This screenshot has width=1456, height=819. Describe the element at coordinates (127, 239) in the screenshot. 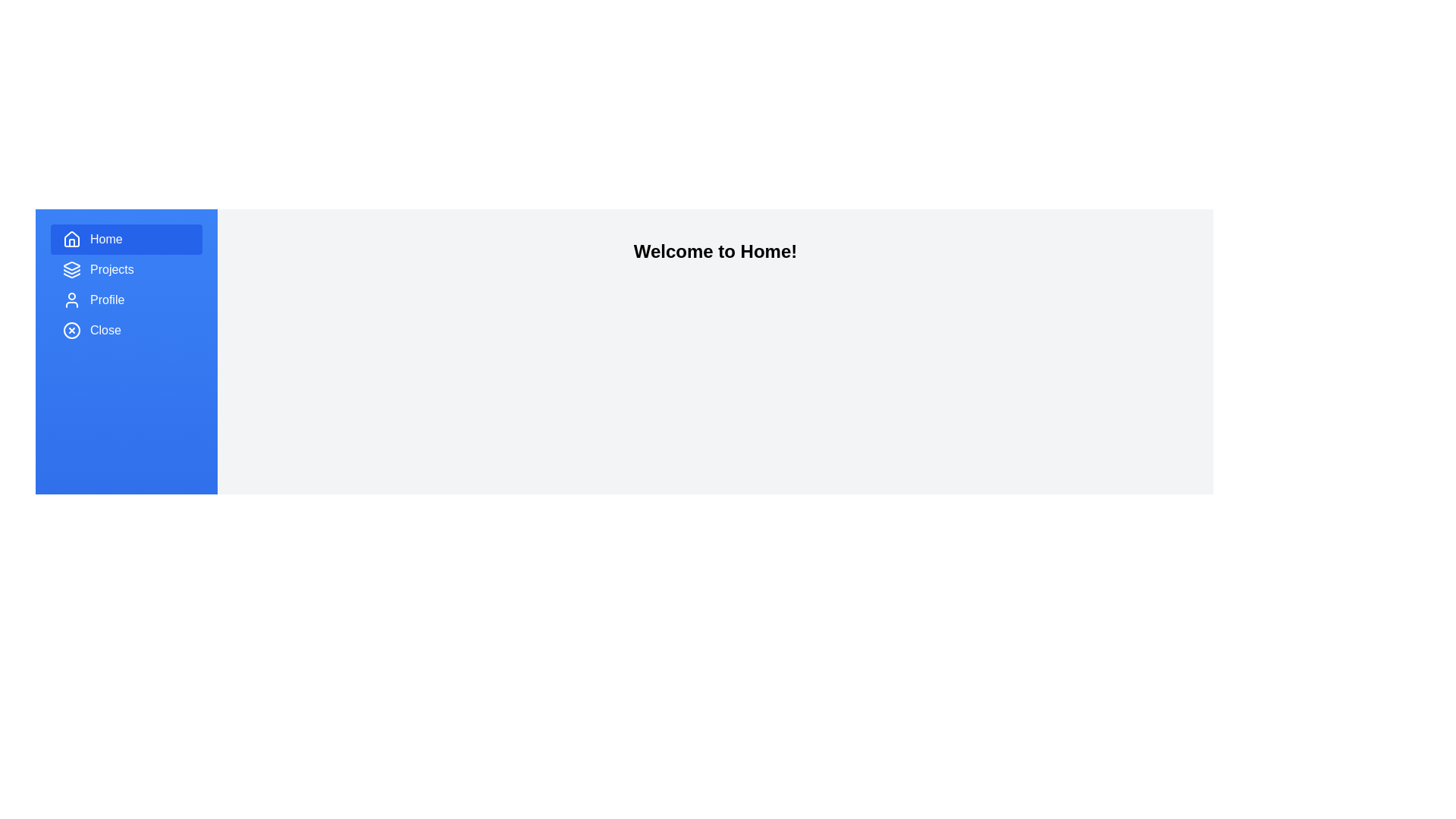

I see `the tab Home from the navigation drawer` at that location.